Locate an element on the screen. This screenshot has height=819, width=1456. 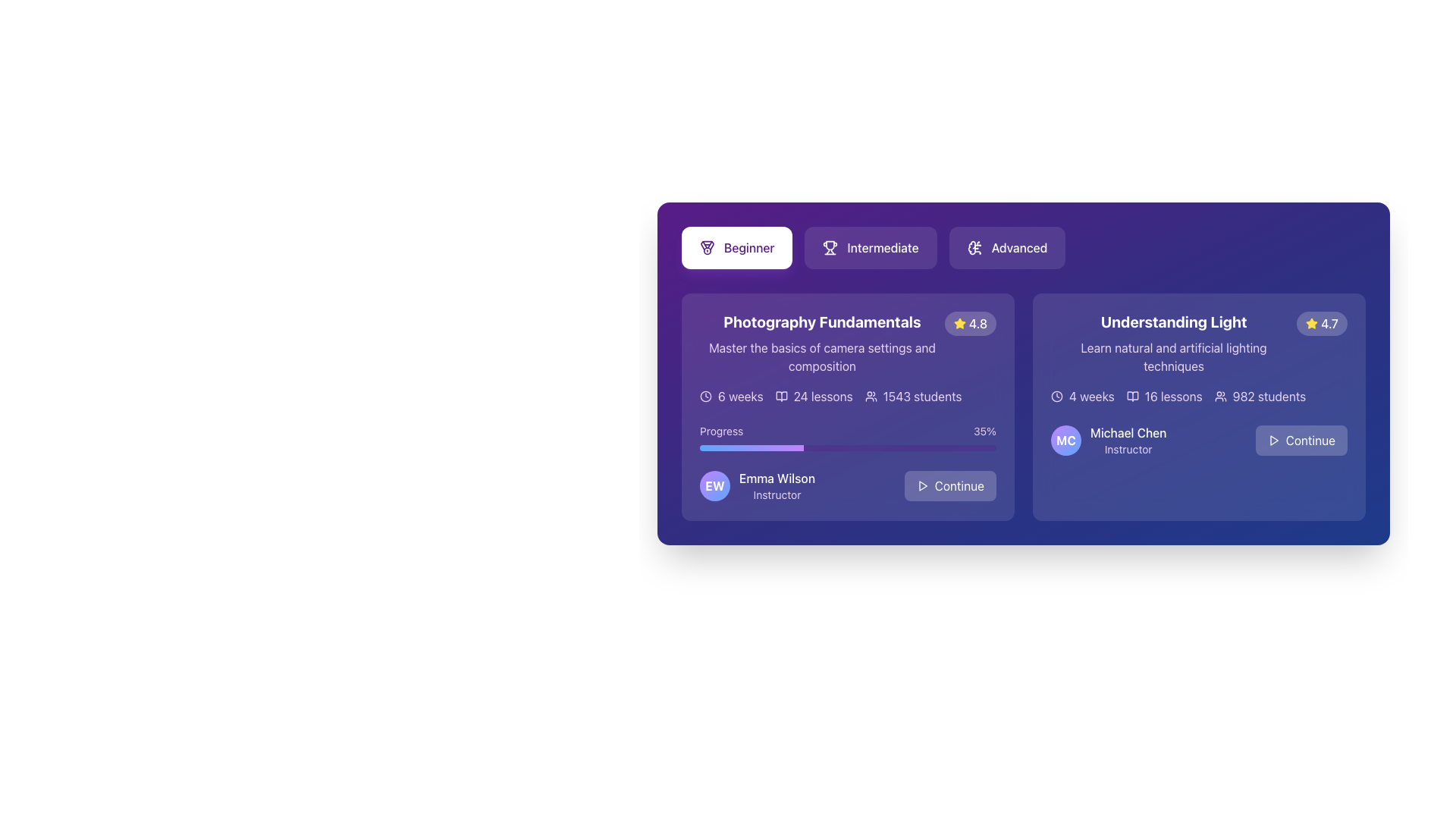
the circular face of the SVG clock icon located within the 'Understanding Light' section, positioned near the '4 weeks' and '16 lessons' text is located at coordinates (1056, 396).